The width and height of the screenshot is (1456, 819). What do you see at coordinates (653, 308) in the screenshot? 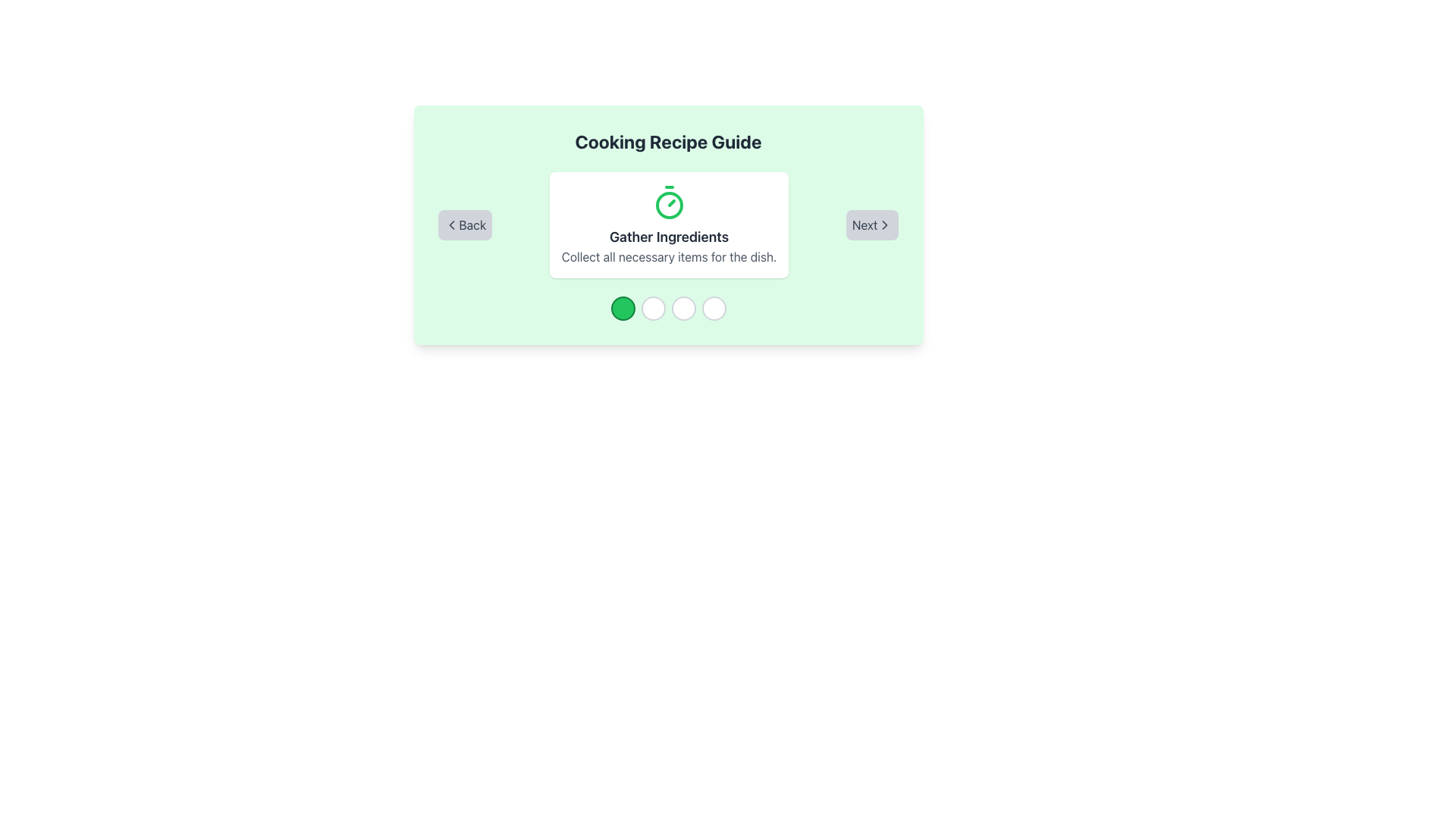
I see `the second circular indicator in the step sequence below the 'Cooking Recipe Guide' card` at bounding box center [653, 308].